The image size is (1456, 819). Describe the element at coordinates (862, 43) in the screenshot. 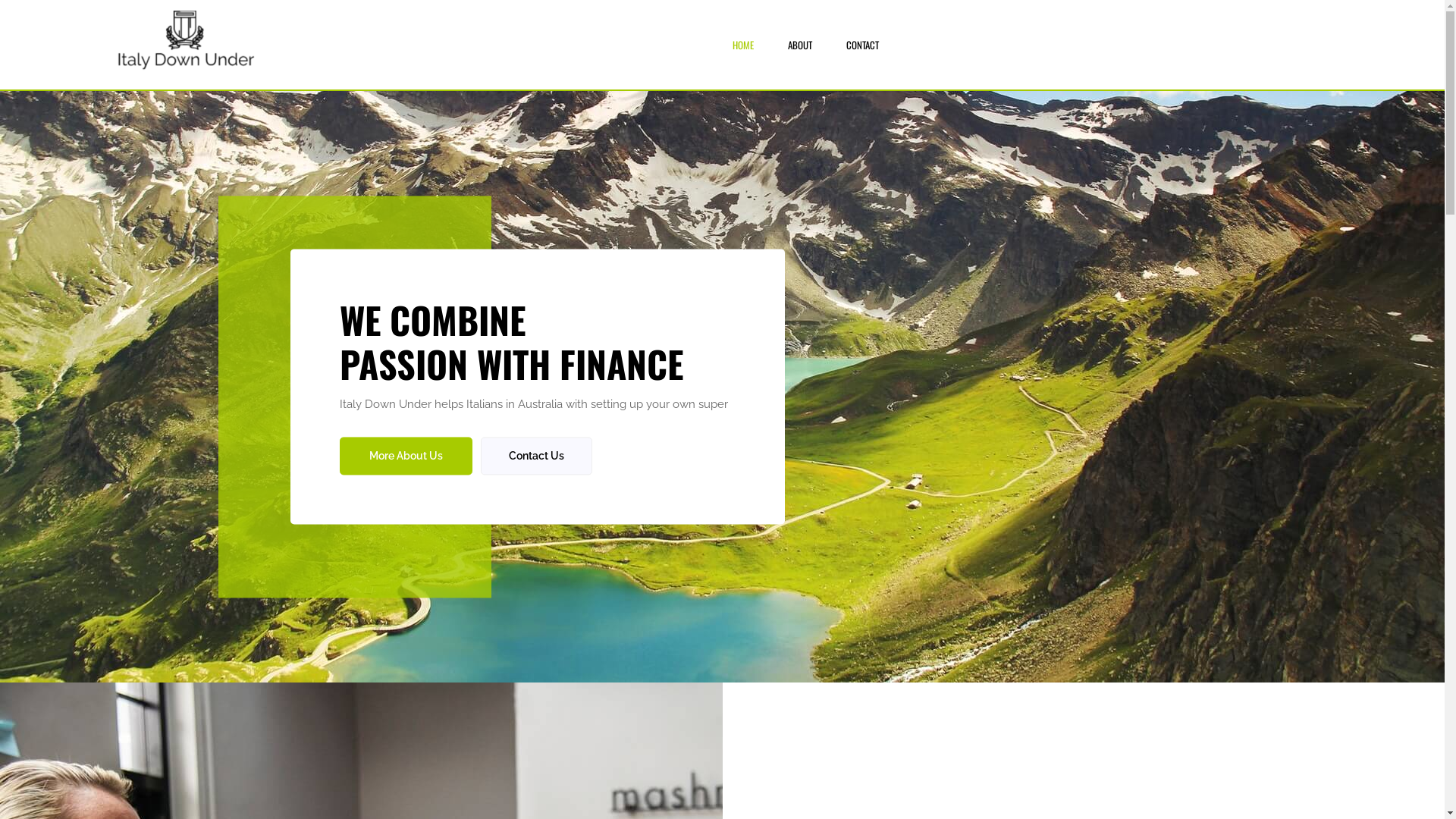

I see `'CONTACT'` at that location.